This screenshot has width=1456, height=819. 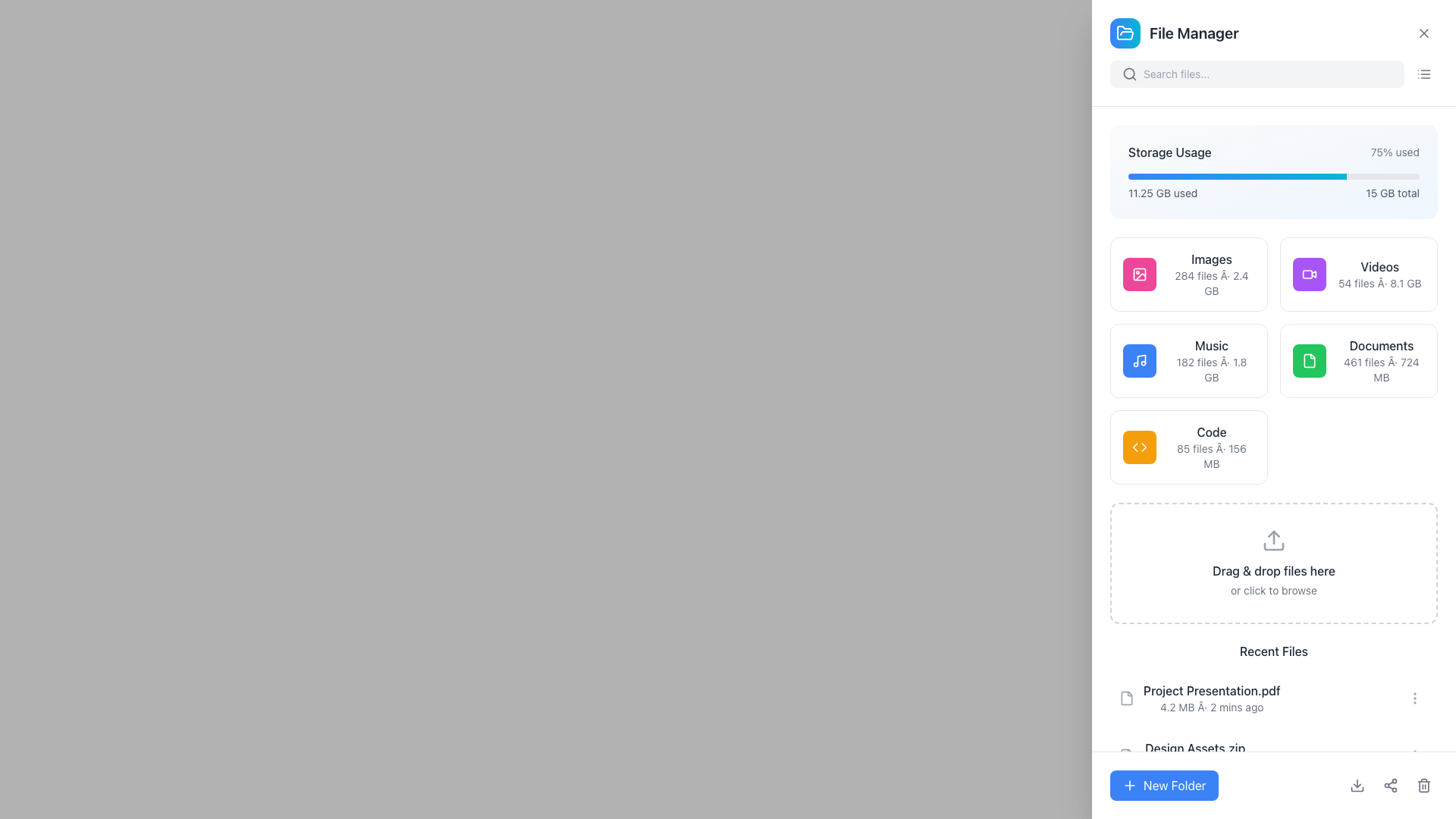 What do you see at coordinates (1238, 175) in the screenshot?
I see `the progress bar segment that is a rectangular segment with a gradient color transitioning from blue to cyan, representing 75% of the total width, located near the top of the File Manager interface` at bounding box center [1238, 175].